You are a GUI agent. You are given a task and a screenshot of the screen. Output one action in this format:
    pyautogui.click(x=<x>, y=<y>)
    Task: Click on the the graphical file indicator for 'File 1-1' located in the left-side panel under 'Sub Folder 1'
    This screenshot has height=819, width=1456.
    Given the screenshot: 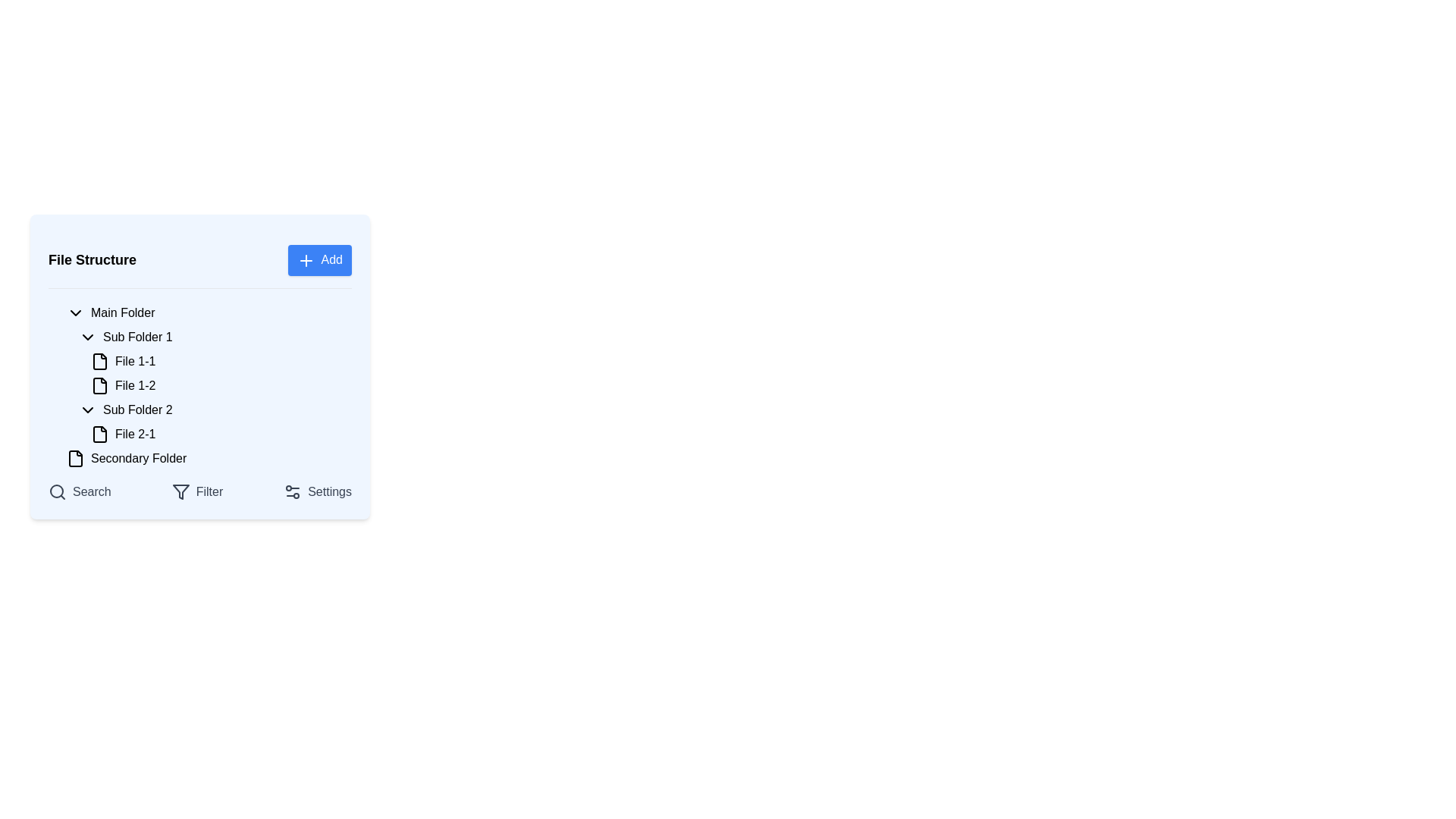 What is the action you would take?
    pyautogui.click(x=99, y=360)
    